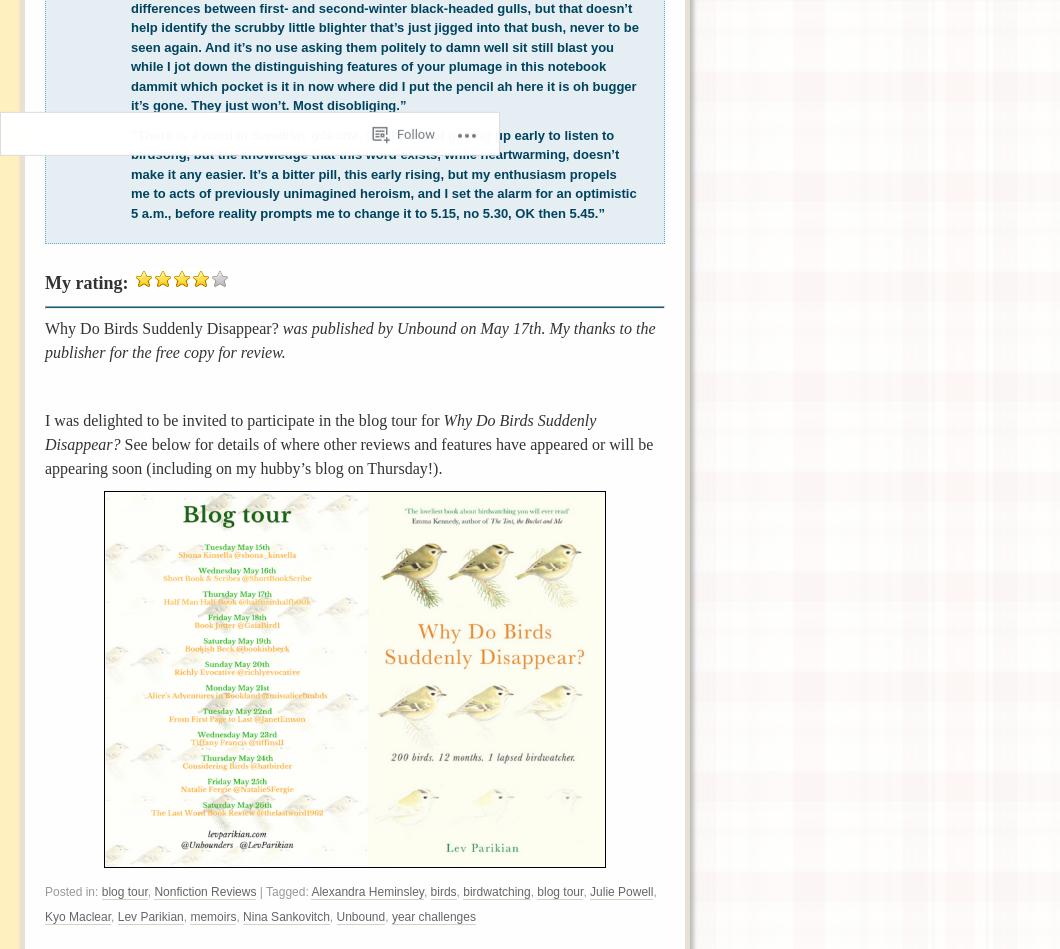  What do you see at coordinates (148, 916) in the screenshot?
I see `'Lev Parikian'` at bounding box center [148, 916].